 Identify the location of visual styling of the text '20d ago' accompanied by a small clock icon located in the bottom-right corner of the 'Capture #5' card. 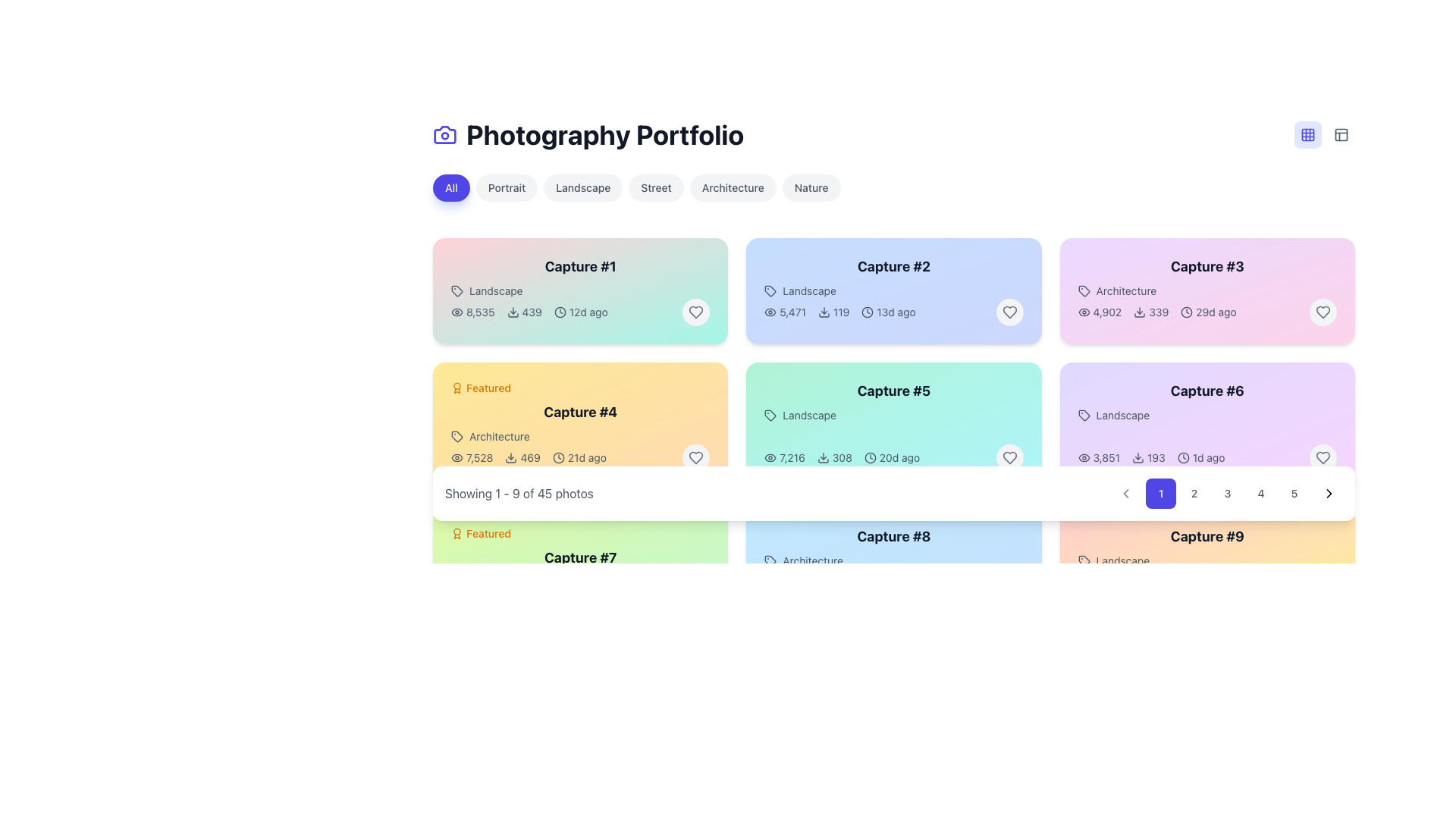
(892, 457).